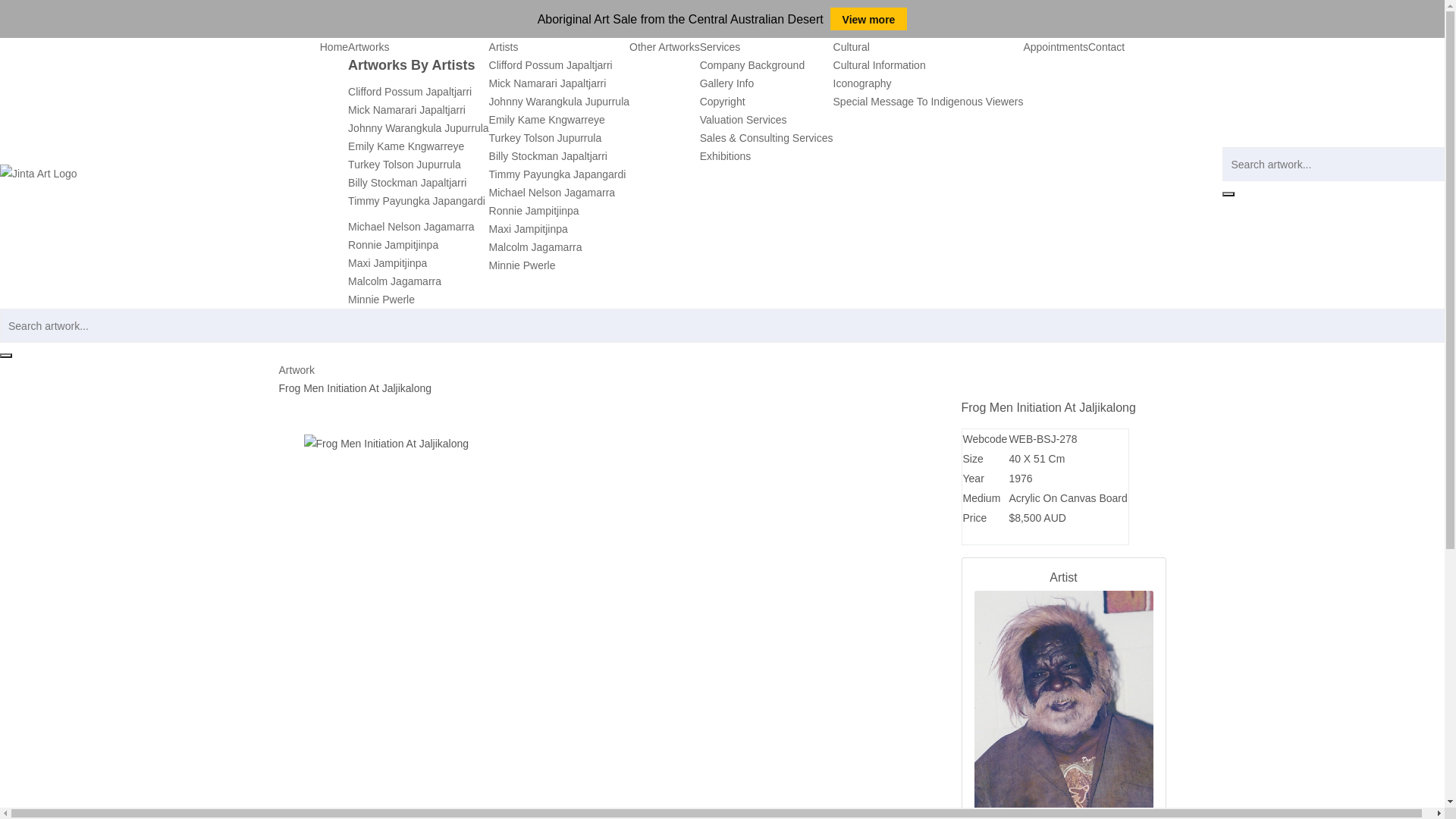  I want to click on 'Iconography', so click(862, 83).